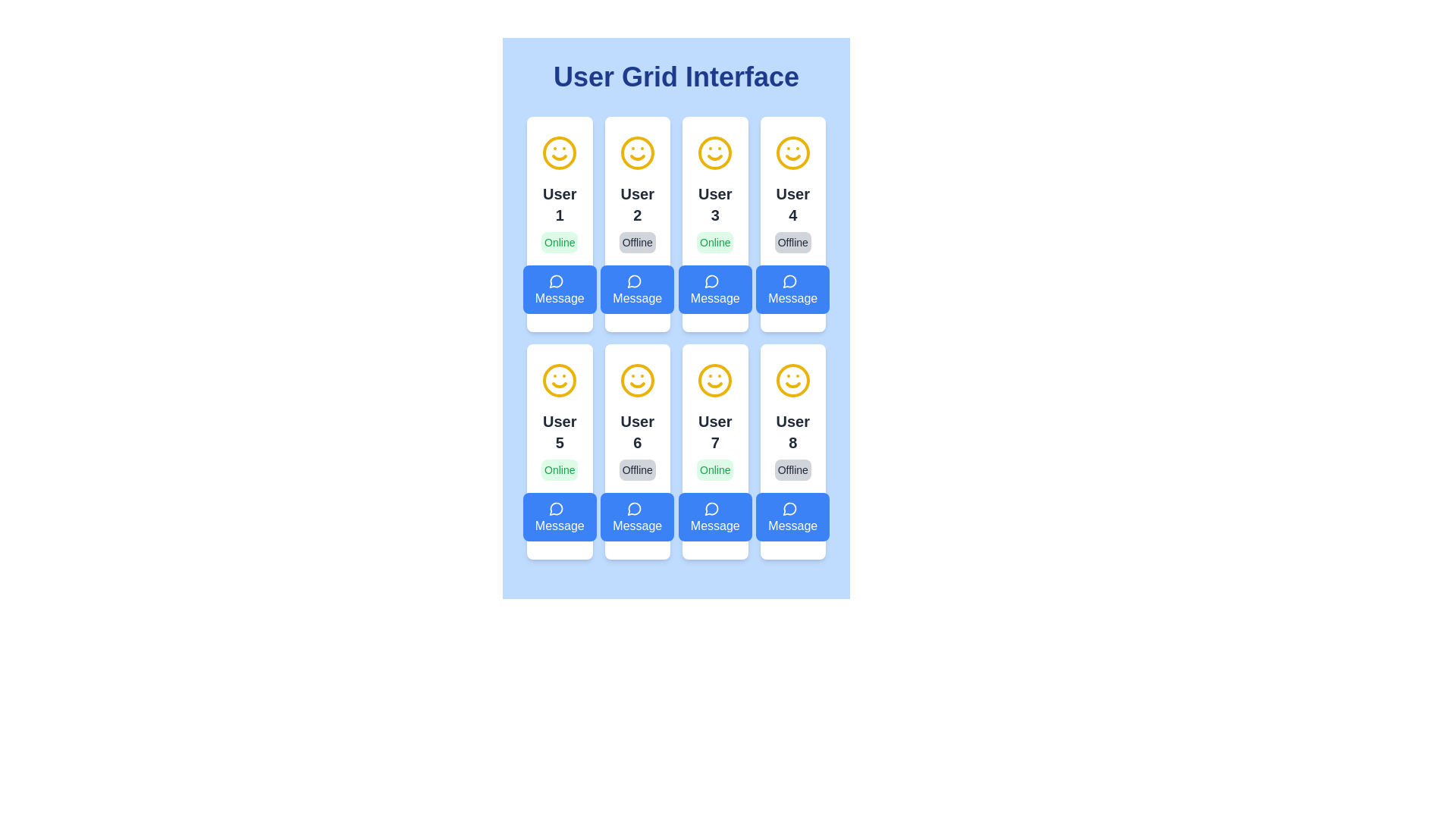 The height and width of the screenshot is (819, 1456). What do you see at coordinates (792, 379) in the screenshot?
I see `the decorative icon representing the state or mood of 'User 8' located at the top-center of the user card` at bounding box center [792, 379].